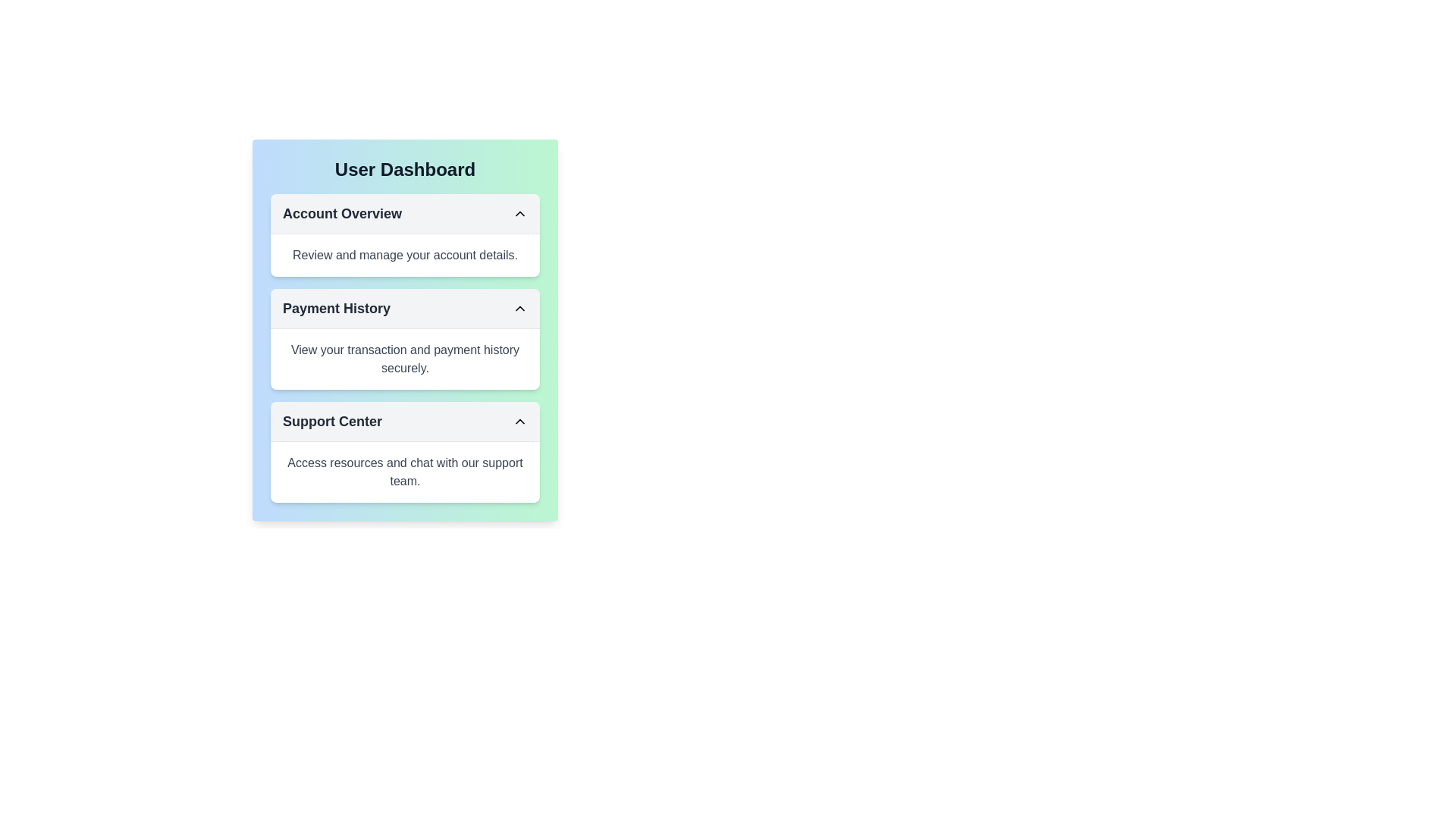  What do you see at coordinates (405, 359) in the screenshot?
I see `the Text label that provides information about securely viewing transaction and payment history, located in the 'Payment History' section below the header and above the 'Support Center'` at bounding box center [405, 359].